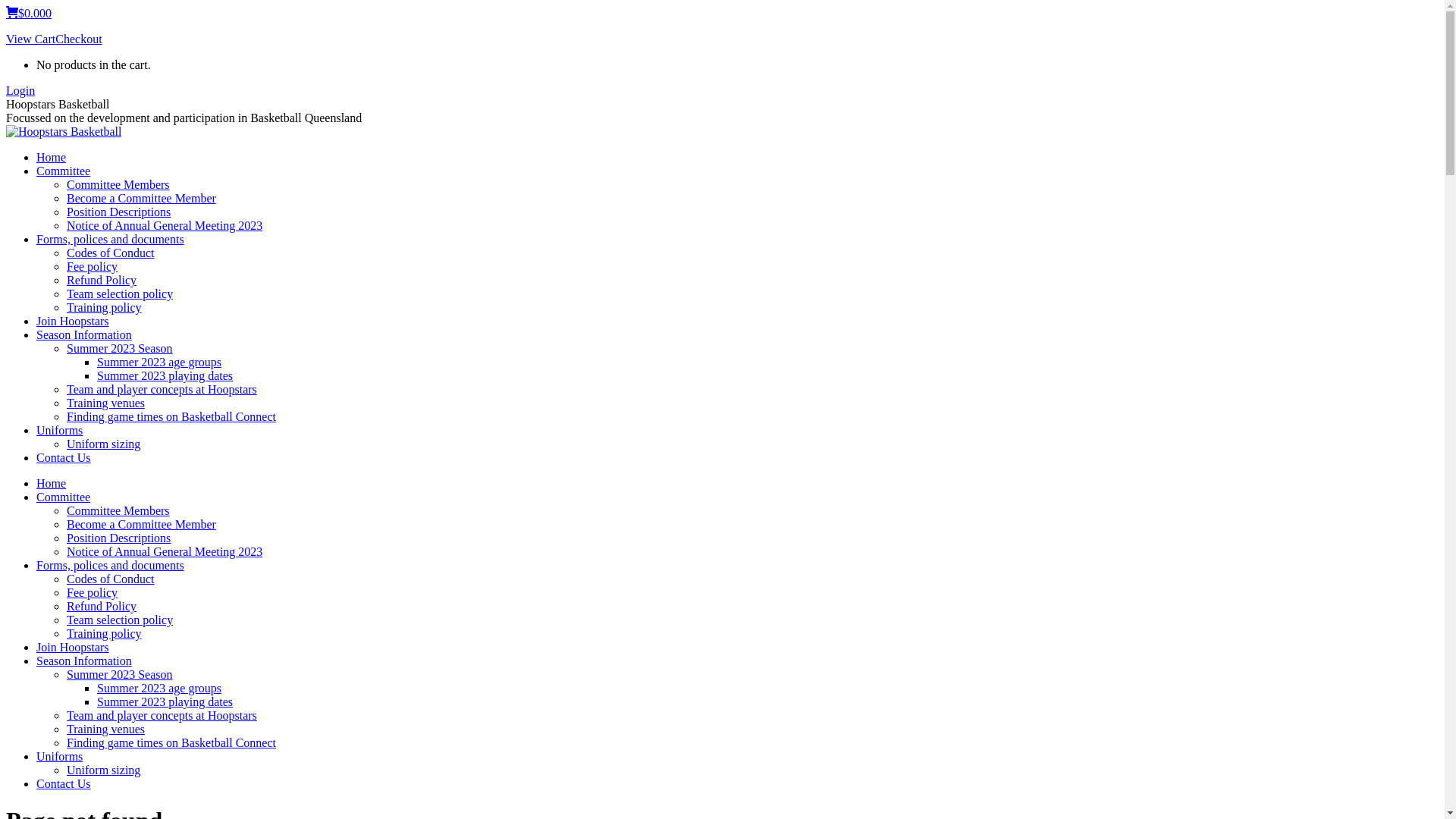 This screenshot has width=1456, height=819. I want to click on 'Summer 2023 playing dates', so click(165, 375).